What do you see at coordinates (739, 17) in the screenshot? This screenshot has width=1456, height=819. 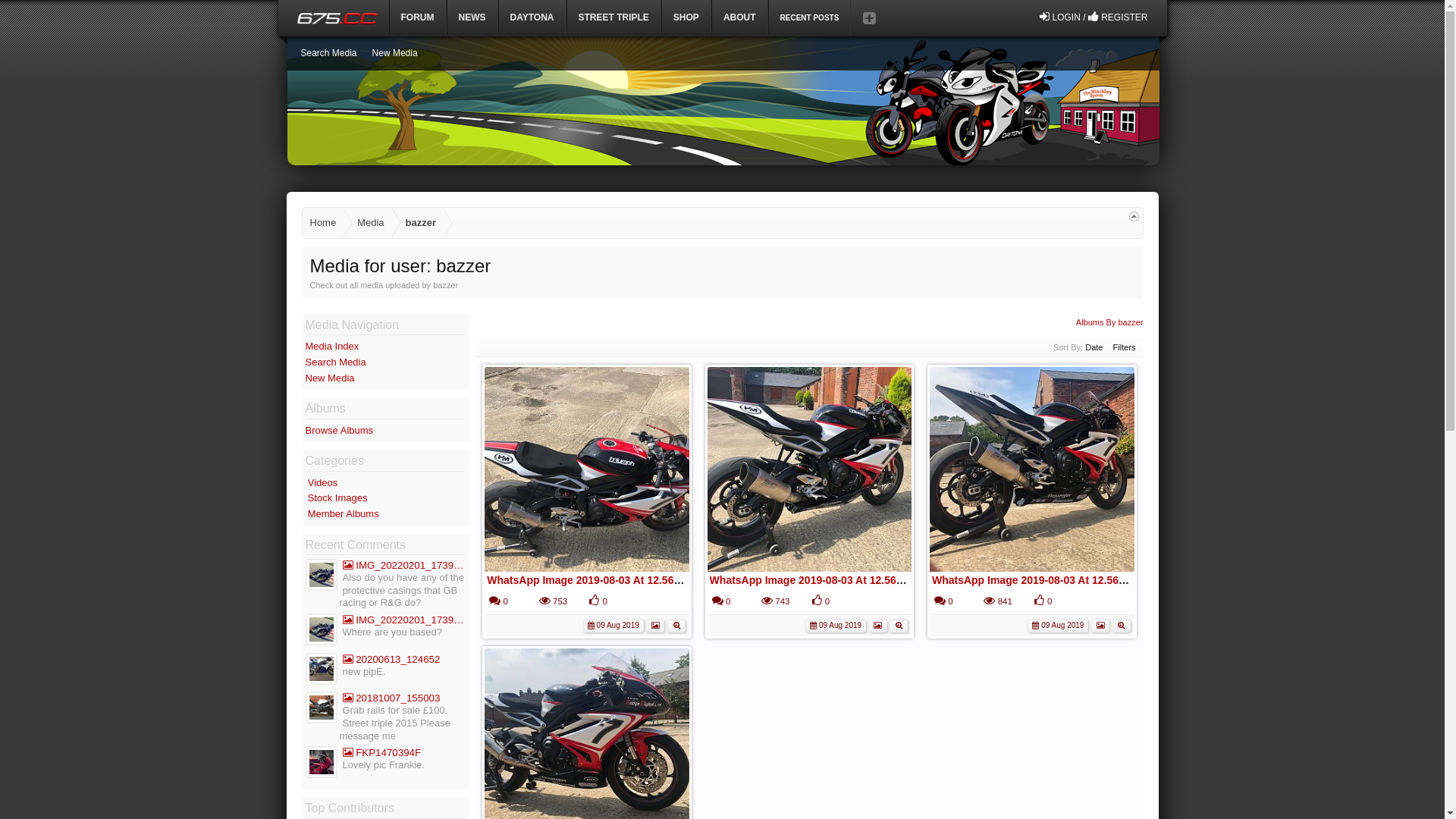 I see `'ABOUT'` at bounding box center [739, 17].